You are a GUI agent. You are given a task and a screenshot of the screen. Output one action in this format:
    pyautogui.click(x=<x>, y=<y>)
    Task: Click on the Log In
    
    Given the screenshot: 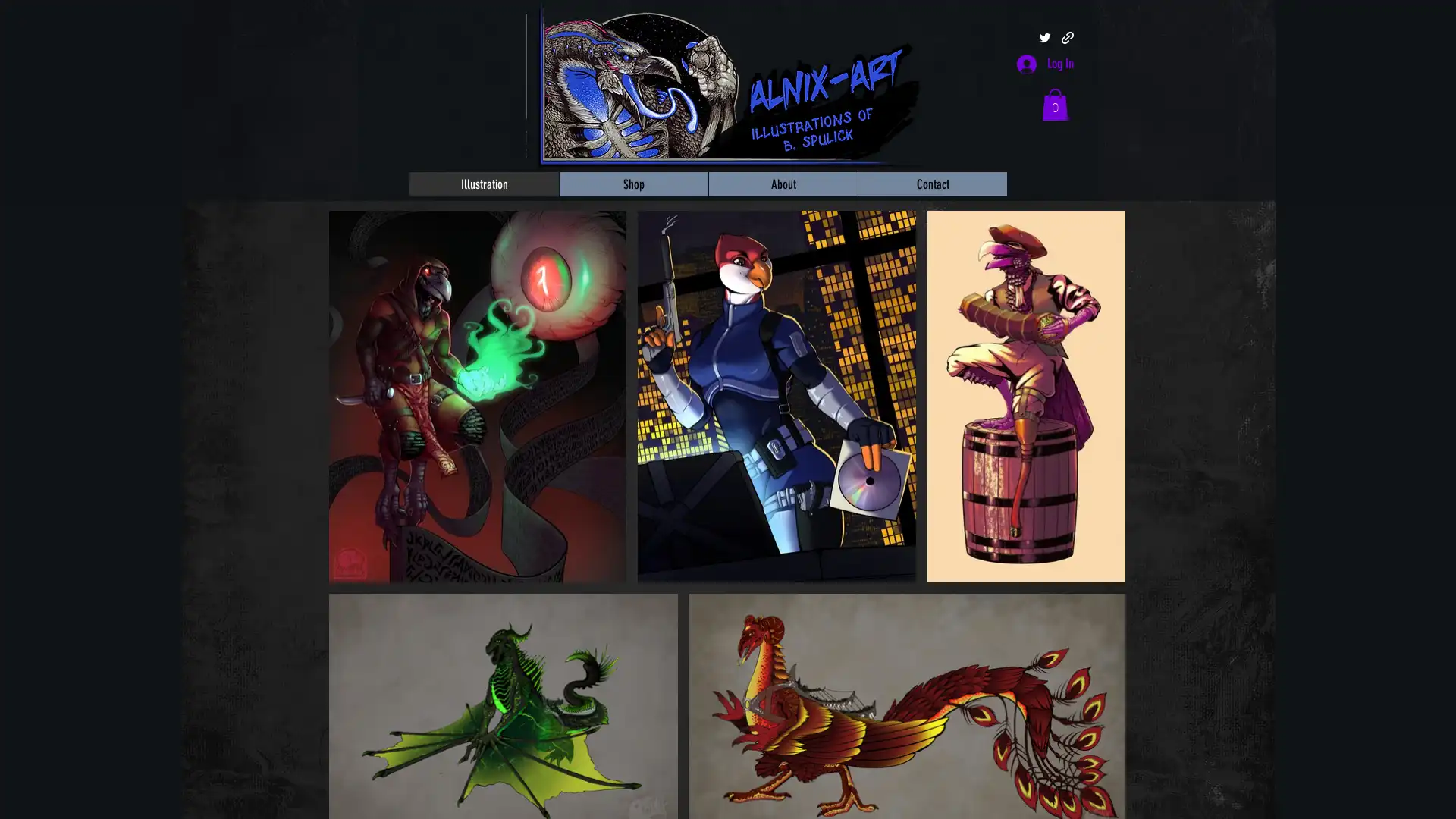 What is the action you would take?
    pyautogui.click(x=1044, y=63)
    